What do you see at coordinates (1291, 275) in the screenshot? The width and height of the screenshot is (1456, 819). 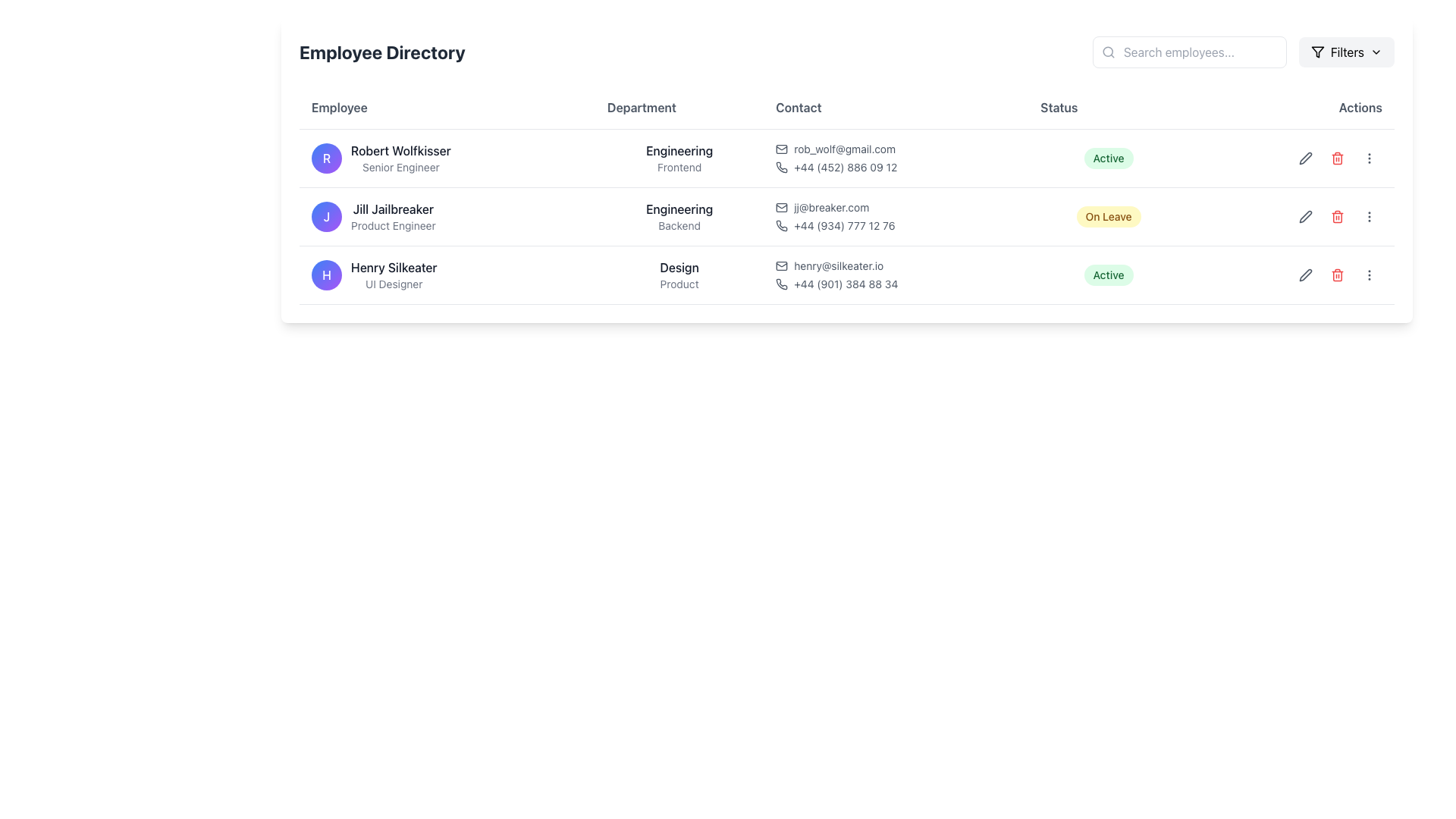 I see `the decorative icon located in the 'Actions' column next to the edit and delete icons for the row associated with 'Henry Silkeater'` at bounding box center [1291, 275].